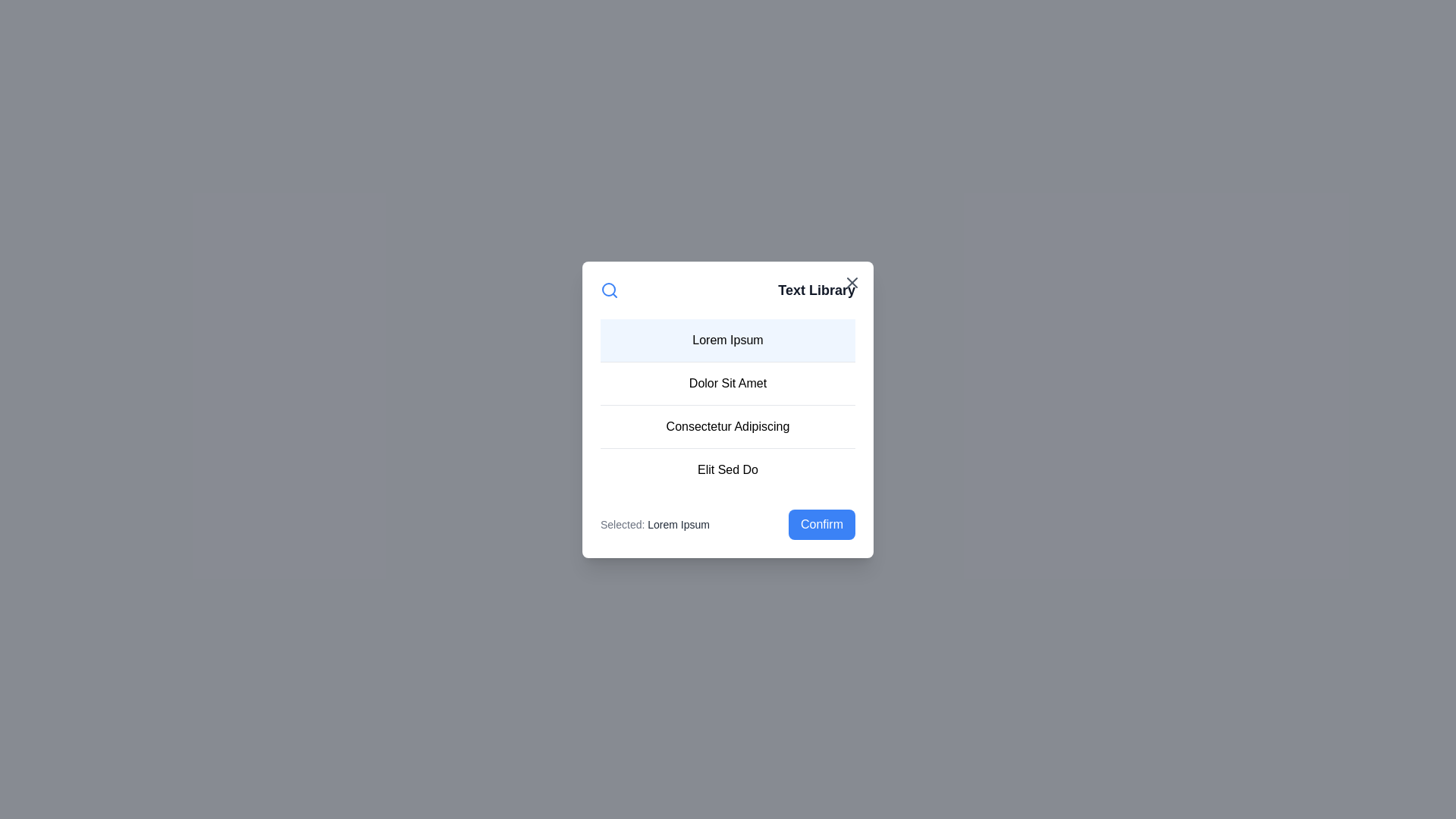 The width and height of the screenshot is (1456, 819). Describe the element at coordinates (852, 282) in the screenshot. I see `the close button located at the top-right corner of the dialog` at that location.